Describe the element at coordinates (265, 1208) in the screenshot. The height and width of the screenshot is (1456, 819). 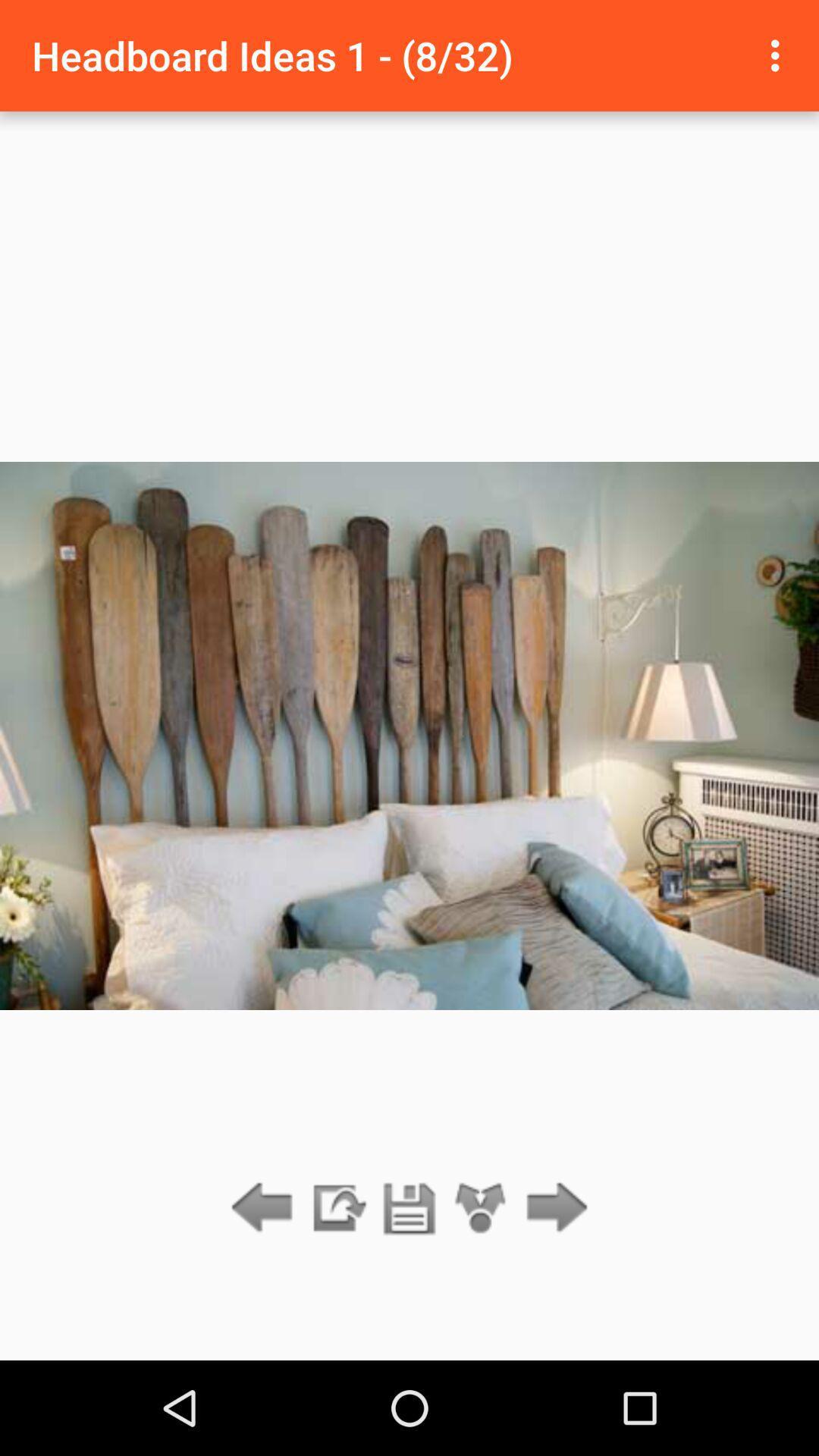
I see `previous image` at that location.